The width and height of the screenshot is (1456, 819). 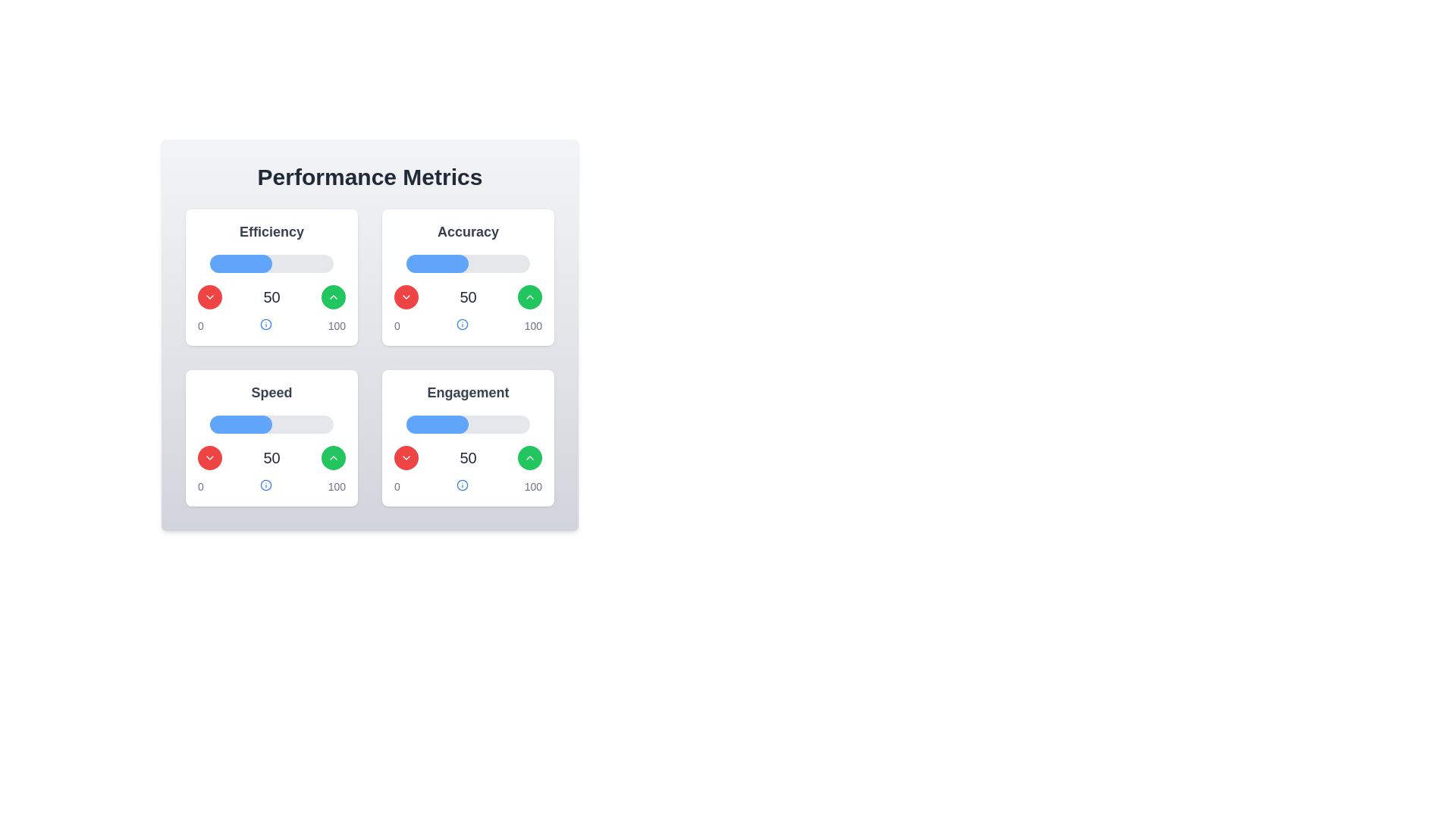 I want to click on the progress bar or slider, so click(x=331, y=424).